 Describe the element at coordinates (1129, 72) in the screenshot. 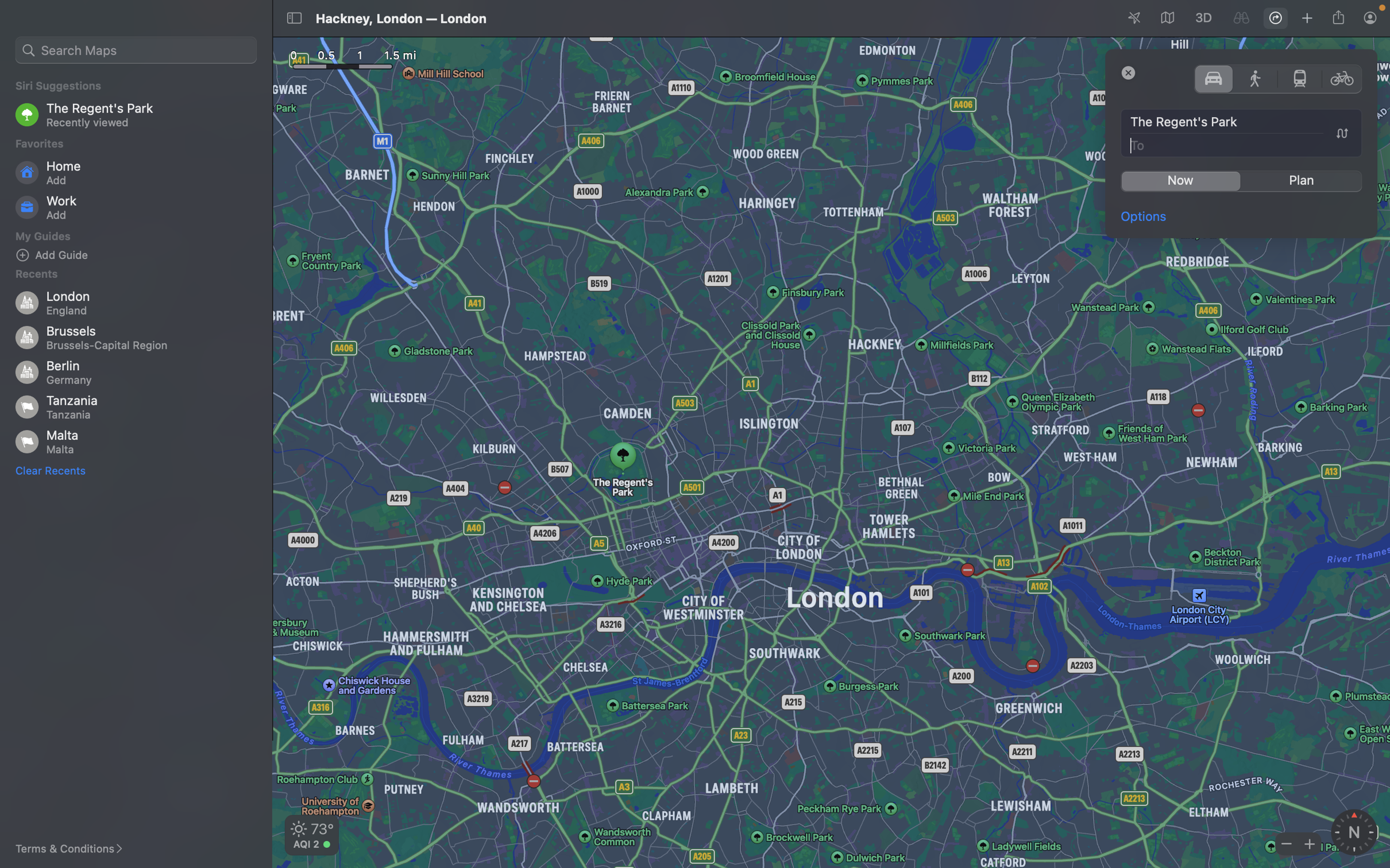

I see `Shut the existing window by clicking on the "close" button` at that location.